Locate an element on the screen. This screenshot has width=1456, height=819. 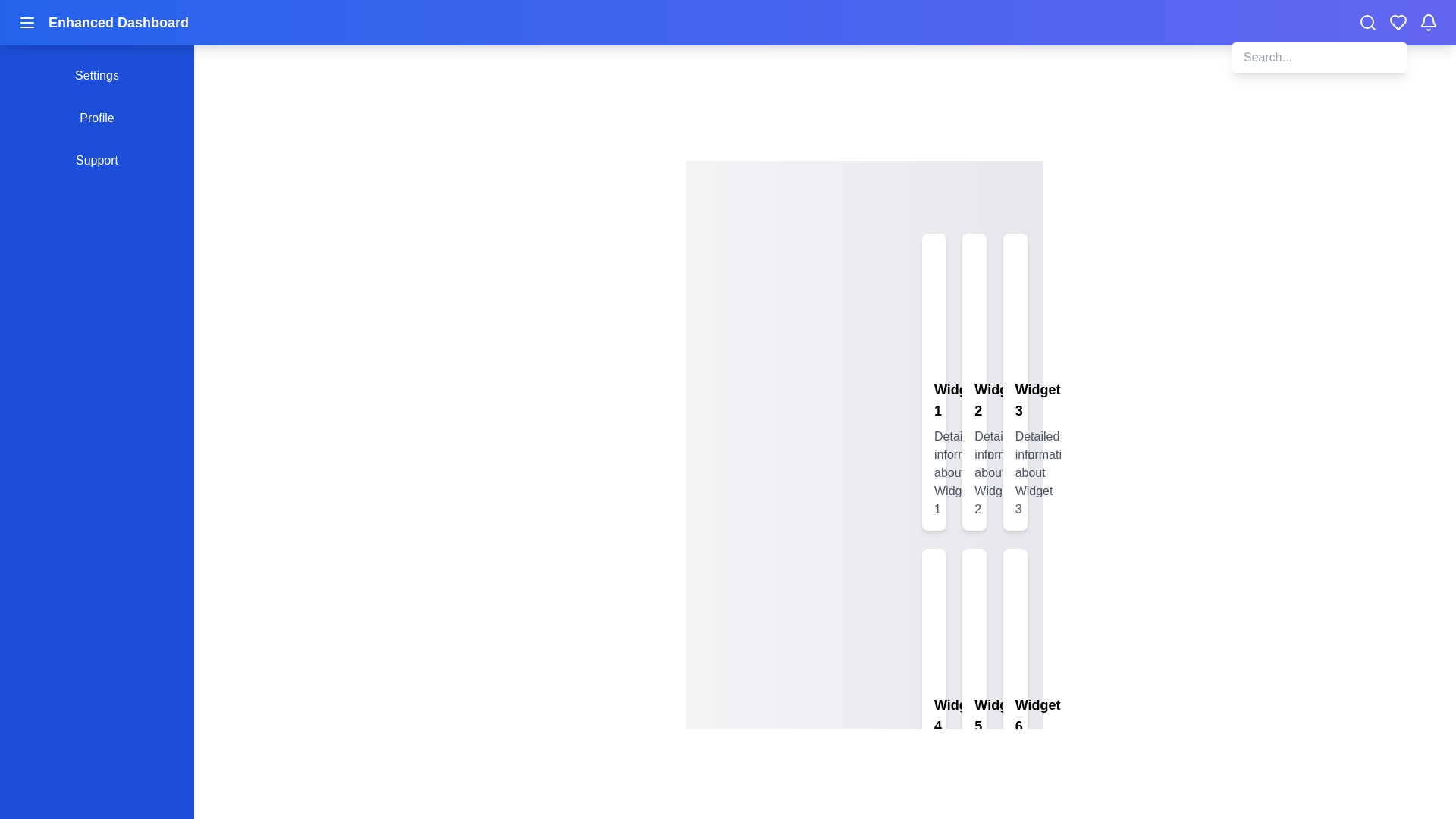
the widget displaying the title 'Widget 2', which is located in the second column of the first row of a grid layout, and features a white background with rounded corners and a subtle shadow effect is located at coordinates (974, 381).